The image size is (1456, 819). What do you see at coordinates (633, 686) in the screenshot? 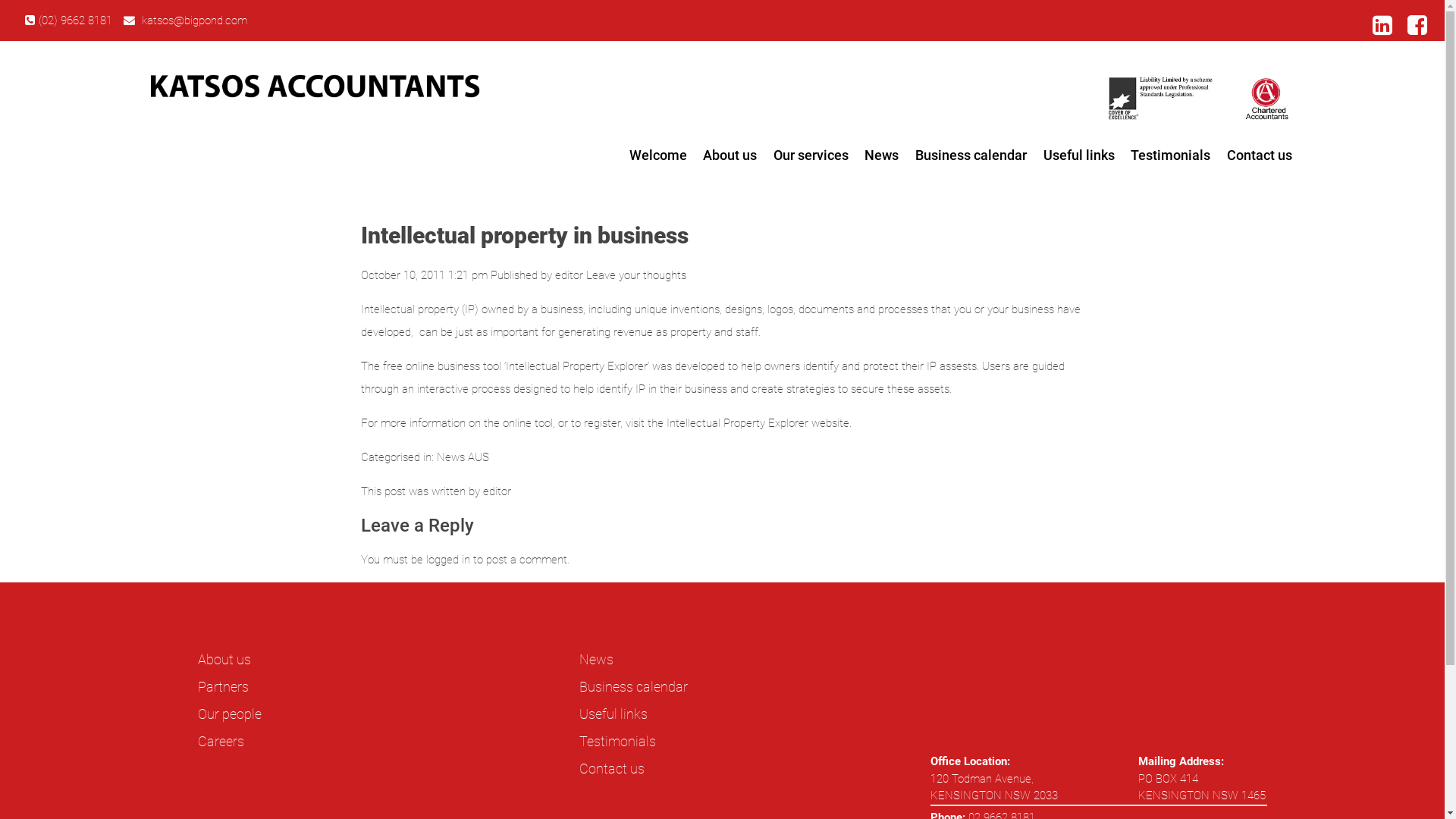
I see `'Business calendar'` at bounding box center [633, 686].